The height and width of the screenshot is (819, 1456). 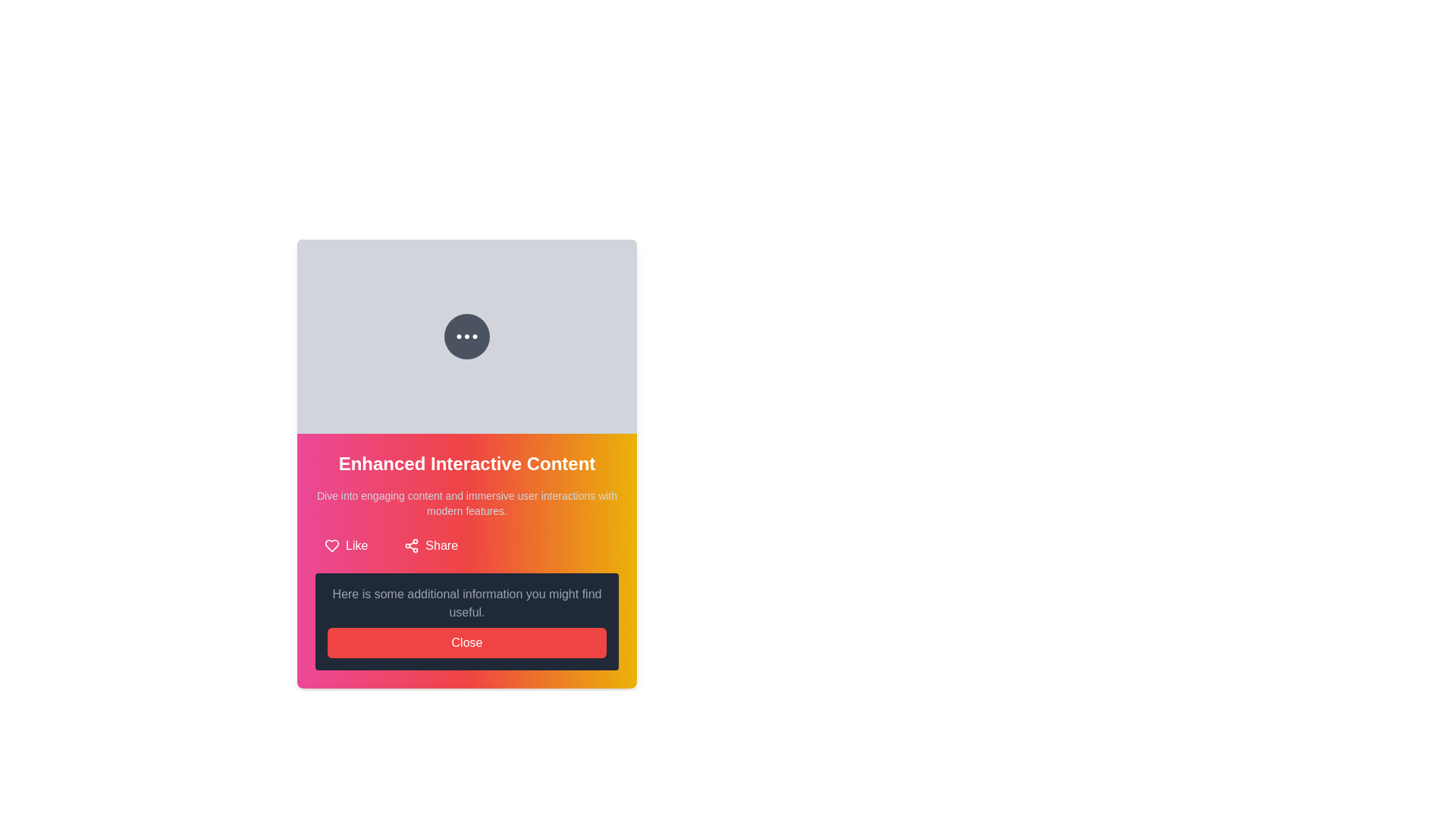 What do you see at coordinates (466, 335) in the screenshot?
I see `the ellipsis icon consisting of three evenly spaced circles` at bounding box center [466, 335].